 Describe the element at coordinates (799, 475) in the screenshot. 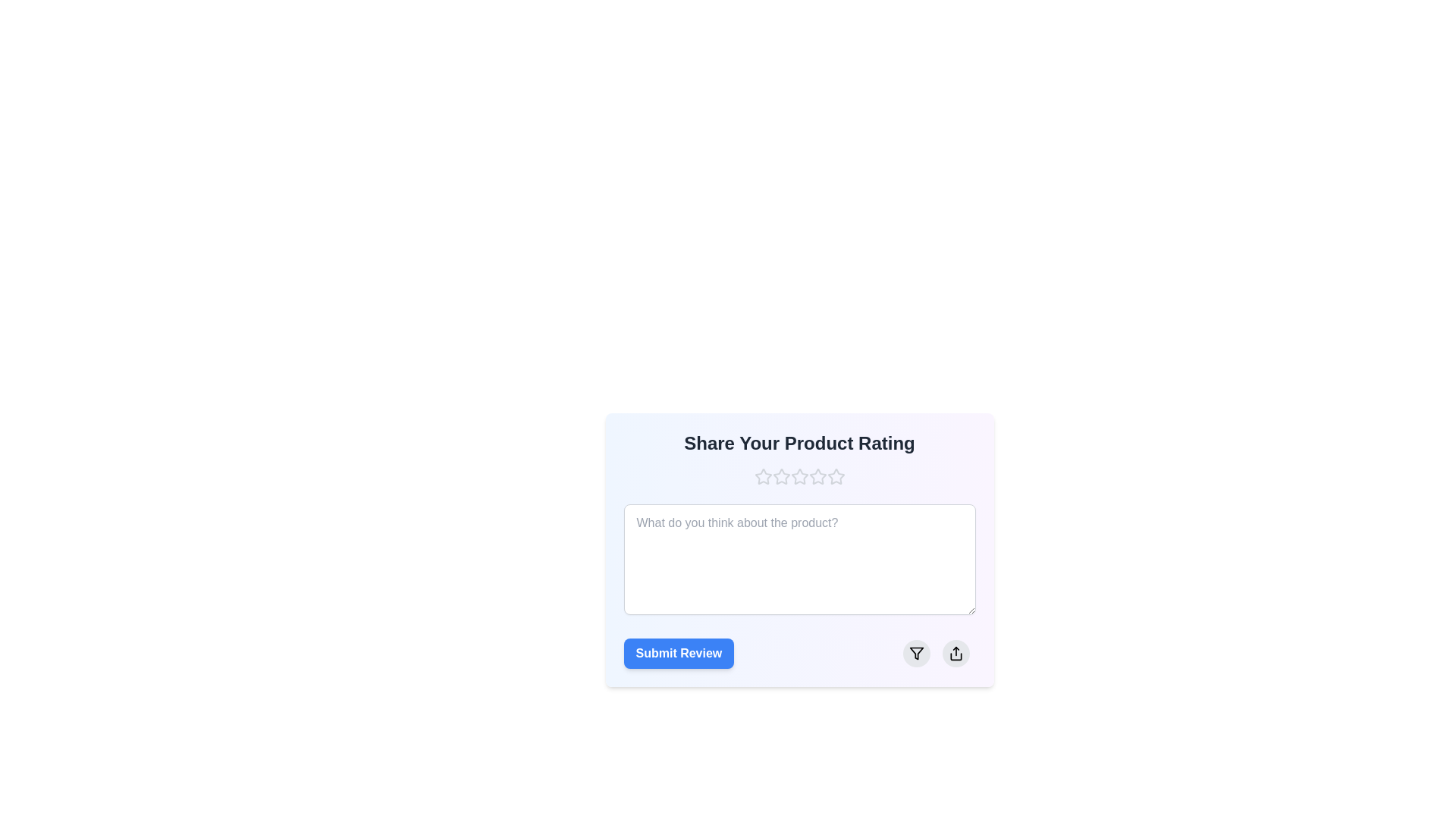

I see `the third star icon in the star rating component` at that location.